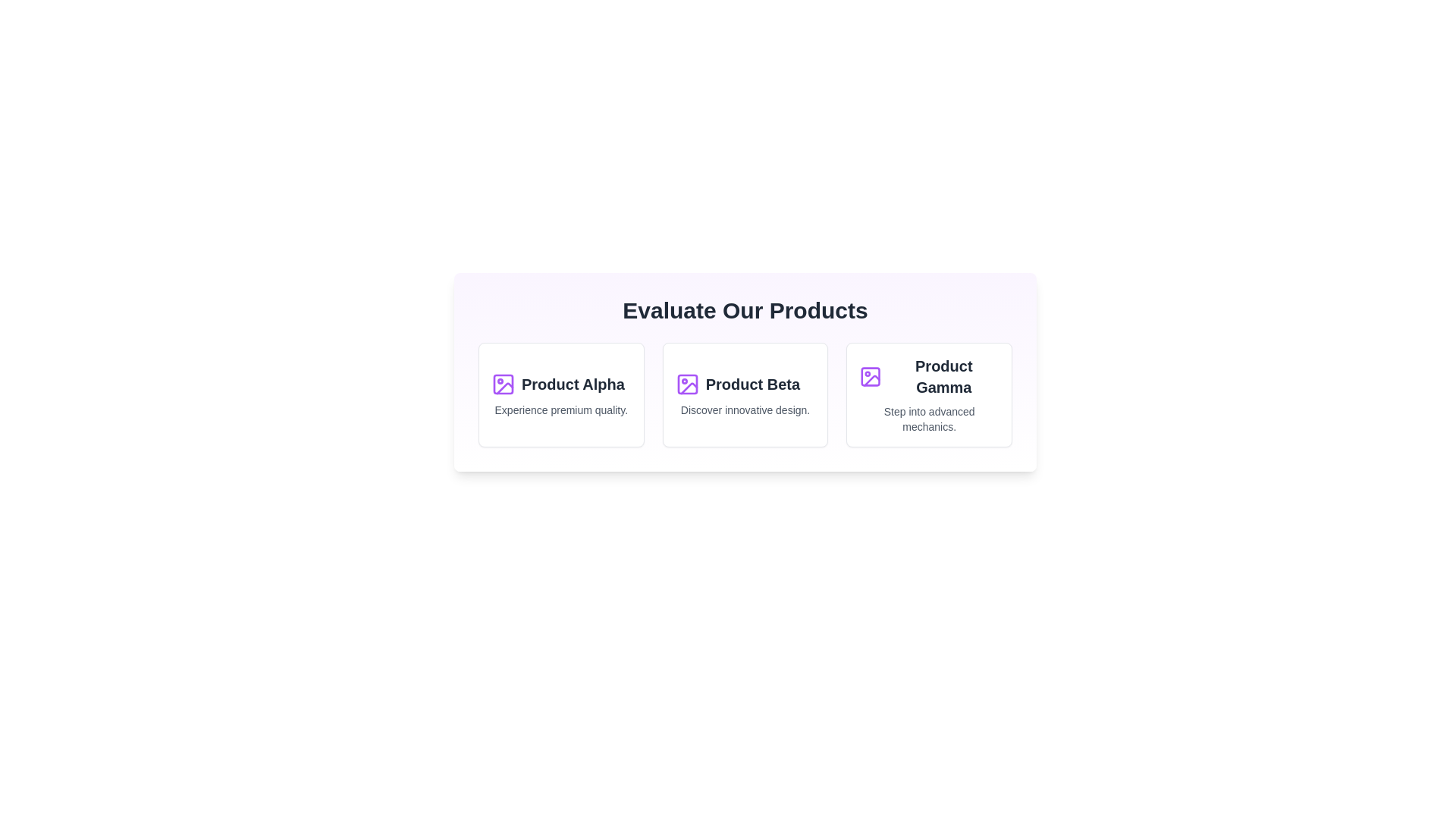 The image size is (1456, 819). What do you see at coordinates (503, 383) in the screenshot?
I see `the 'Product Alpha' icon located at the leftmost part of the 'Evaluate Our Products' area to interact with the 'Product Alpha' section` at bounding box center [503, 383].